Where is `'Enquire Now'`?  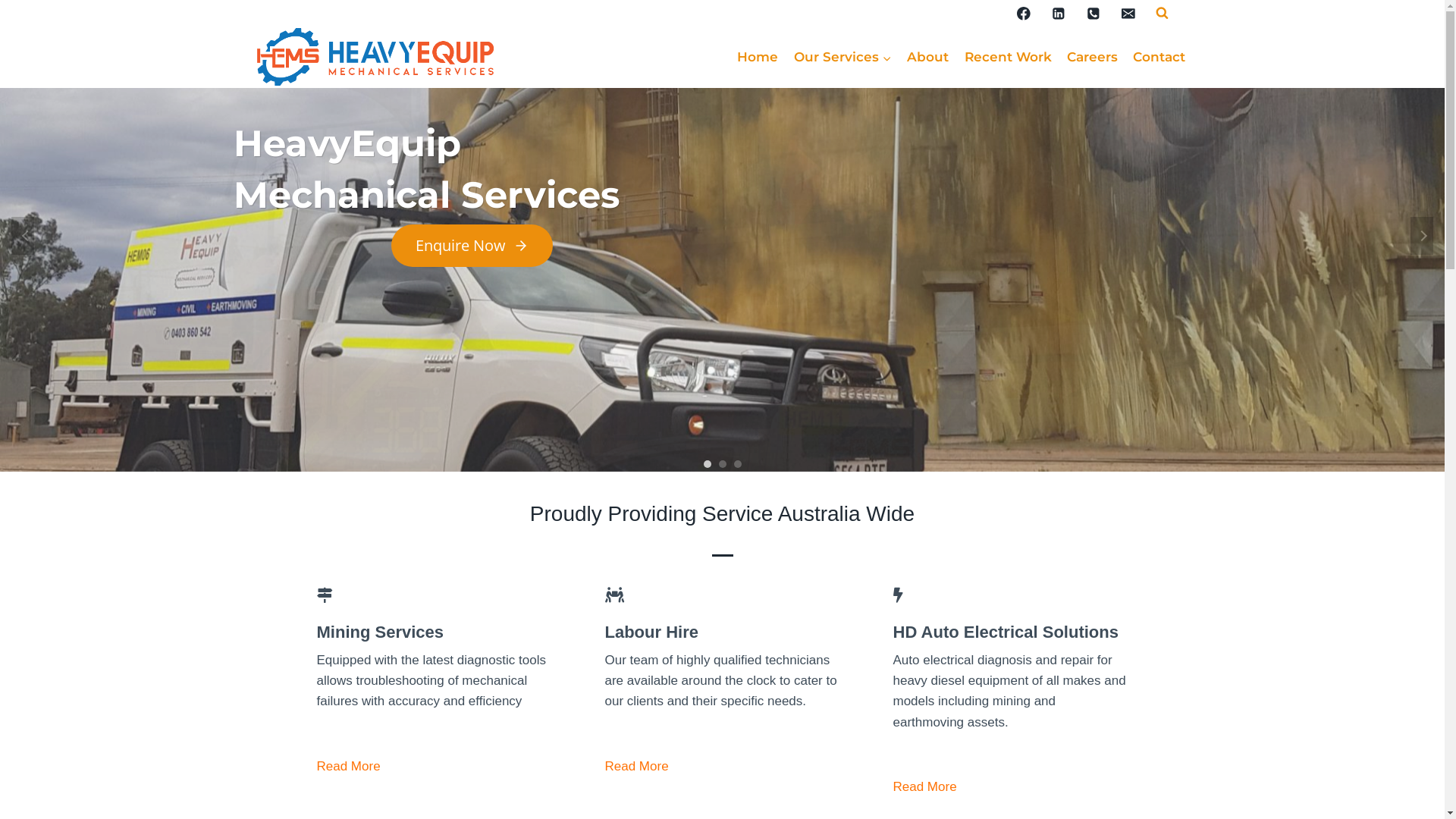
'Enquire Now' is located at coordinates (471, 245).